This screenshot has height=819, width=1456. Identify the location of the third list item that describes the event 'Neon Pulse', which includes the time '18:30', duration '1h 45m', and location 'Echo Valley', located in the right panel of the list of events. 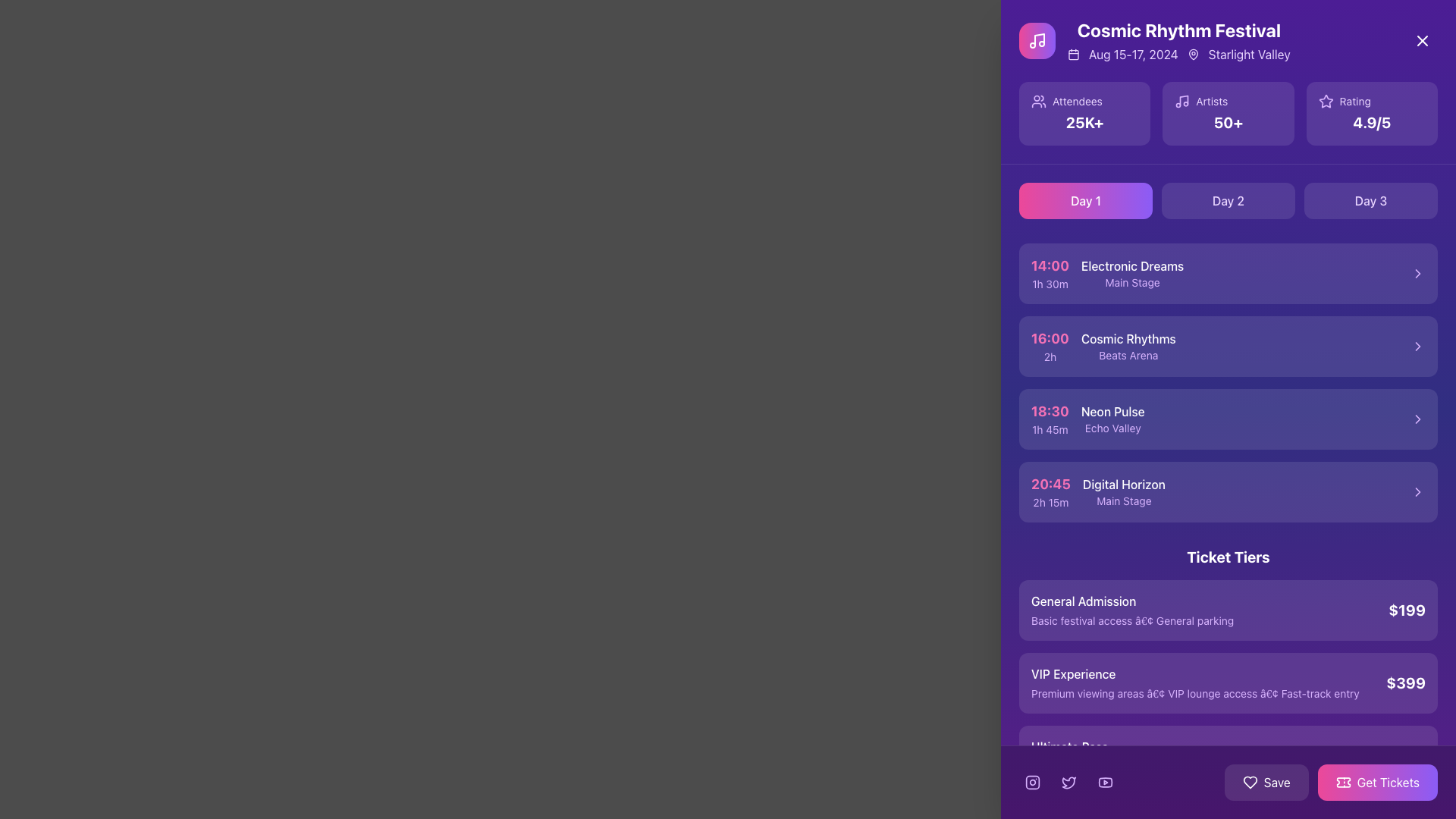
(1087, 419).